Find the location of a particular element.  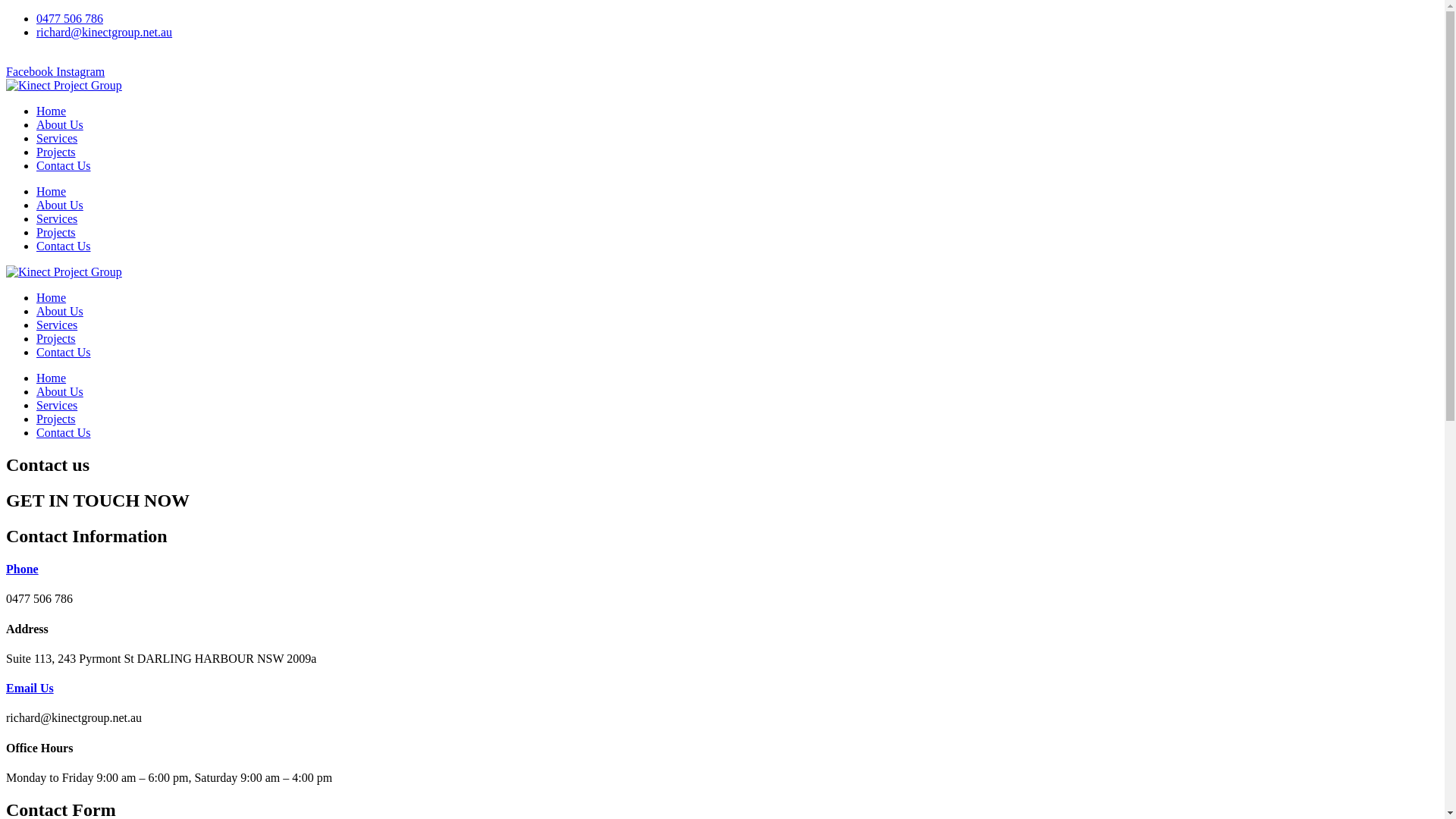

'Email Us' is located at coordinates (30, 688).